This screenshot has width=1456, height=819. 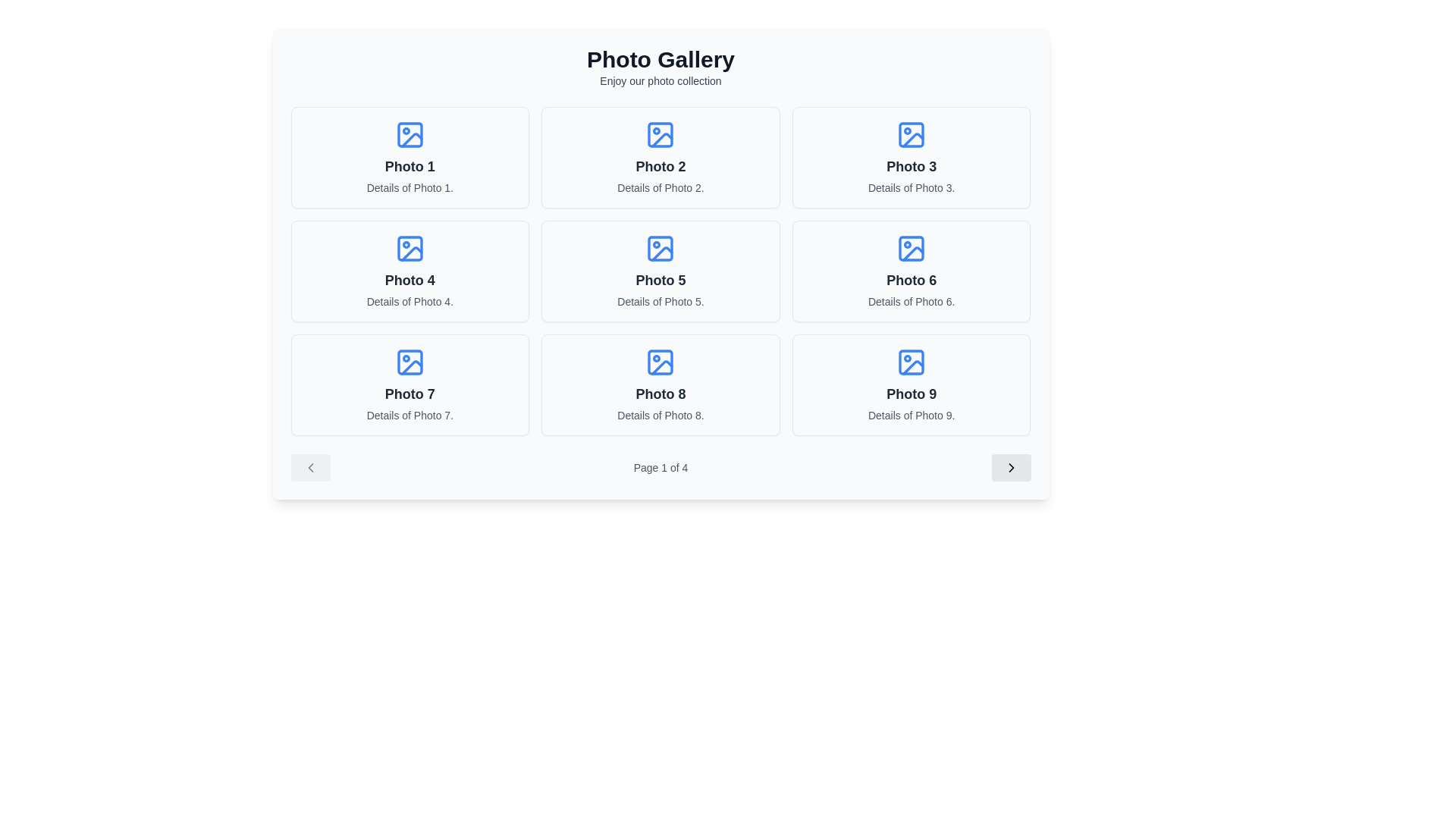 What do you see at coordinates (911, 301) in the screenshot?
I see `the static text component that provides additional descriptive details for Photo 6, located in the sixth position of a 3x3 grid layout in the Photo Gallery interface` at bounding box center [911, 301].